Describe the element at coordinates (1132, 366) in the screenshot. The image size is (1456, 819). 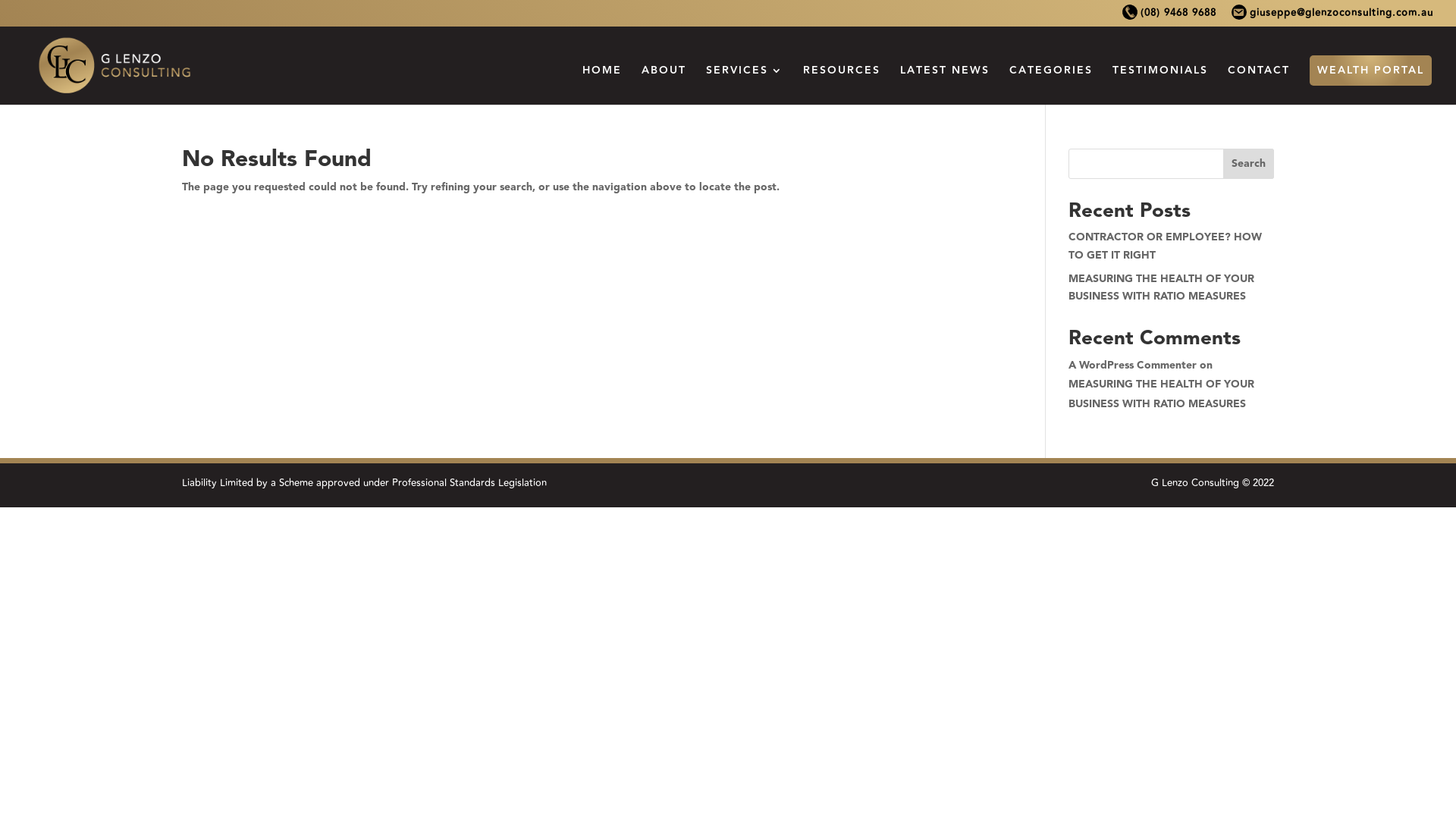
I see `'A WordPress Commenter'` at that location.